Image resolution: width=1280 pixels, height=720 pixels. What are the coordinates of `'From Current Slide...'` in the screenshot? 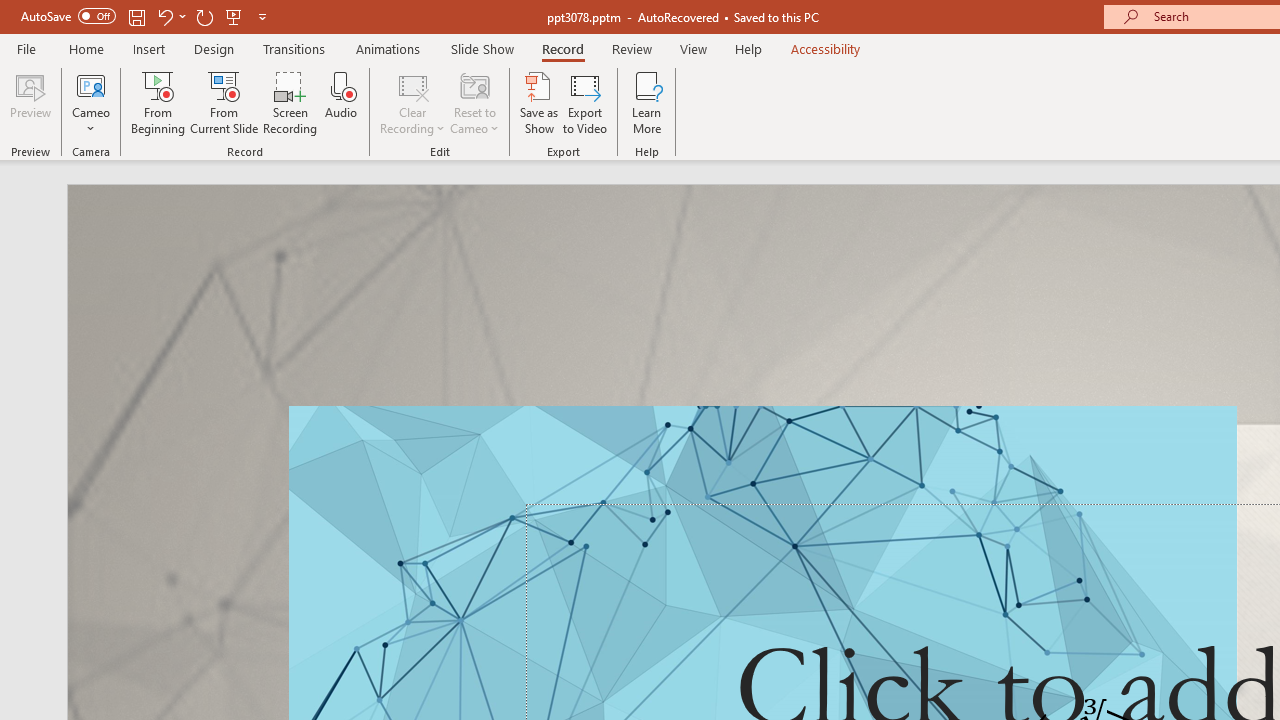 It's located at (224, 103).